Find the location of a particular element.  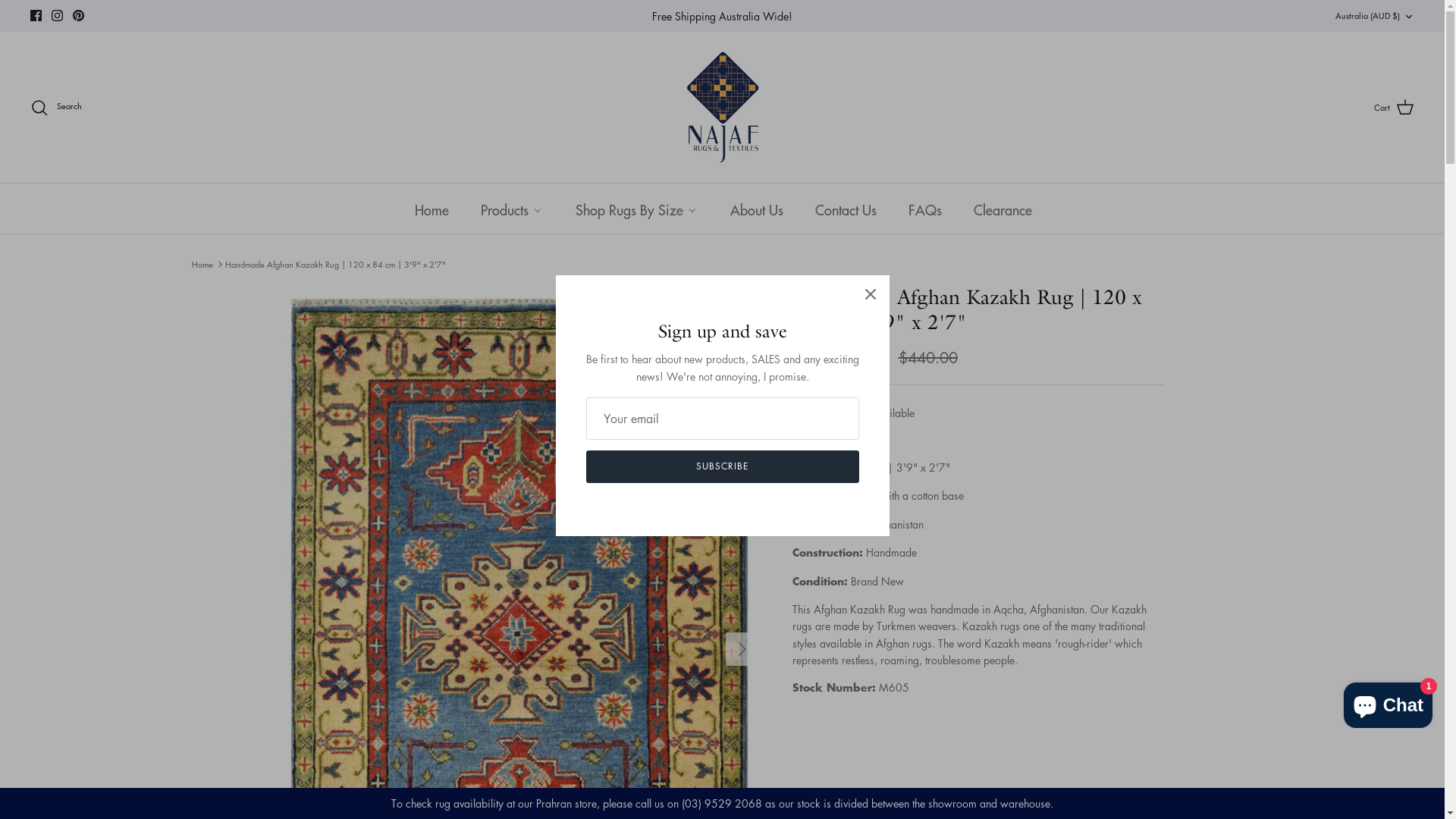

'RIGHT' is located at coordinates (723, 648).